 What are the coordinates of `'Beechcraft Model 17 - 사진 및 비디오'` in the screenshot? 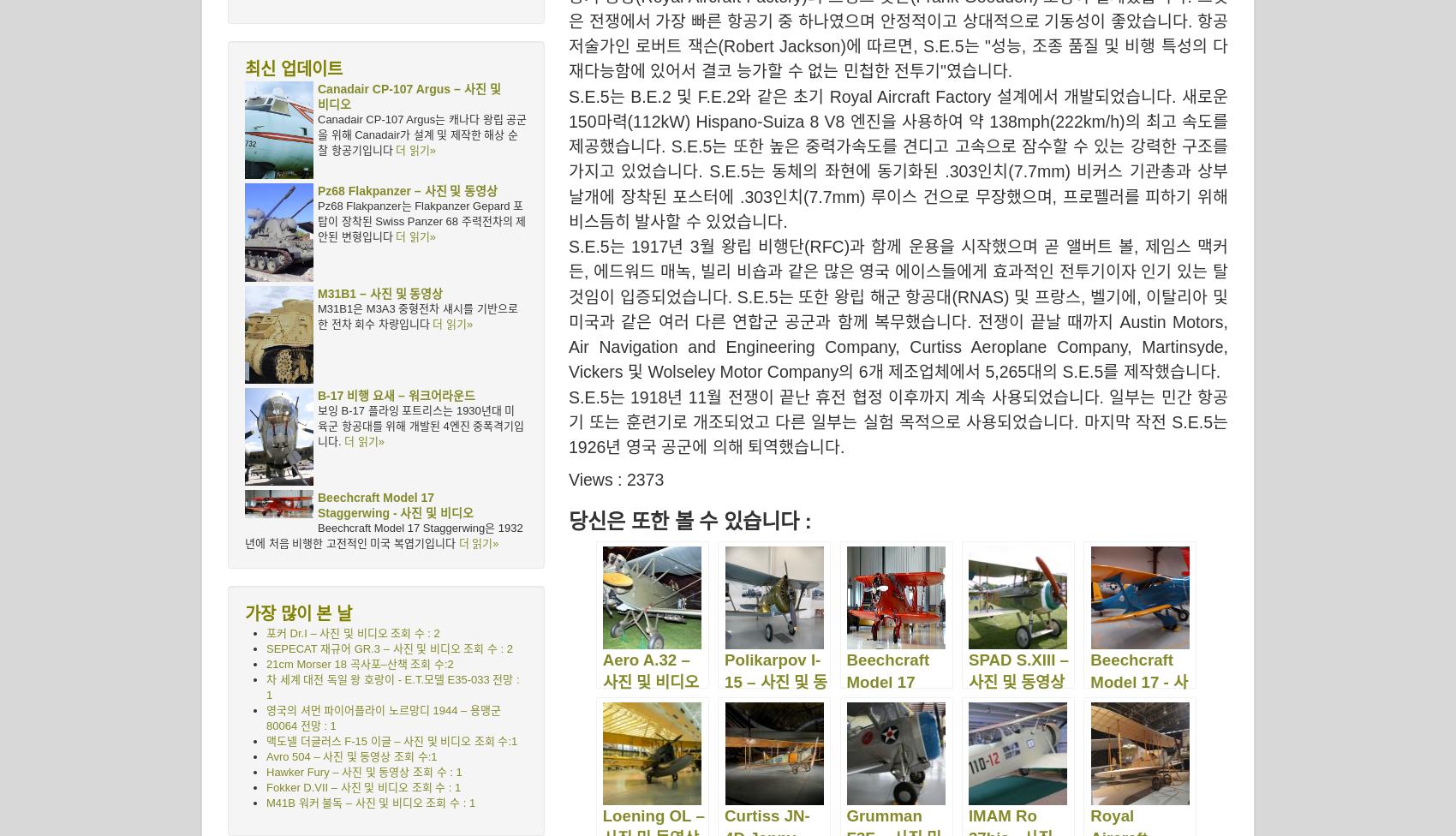 It's located at (1139, 682).